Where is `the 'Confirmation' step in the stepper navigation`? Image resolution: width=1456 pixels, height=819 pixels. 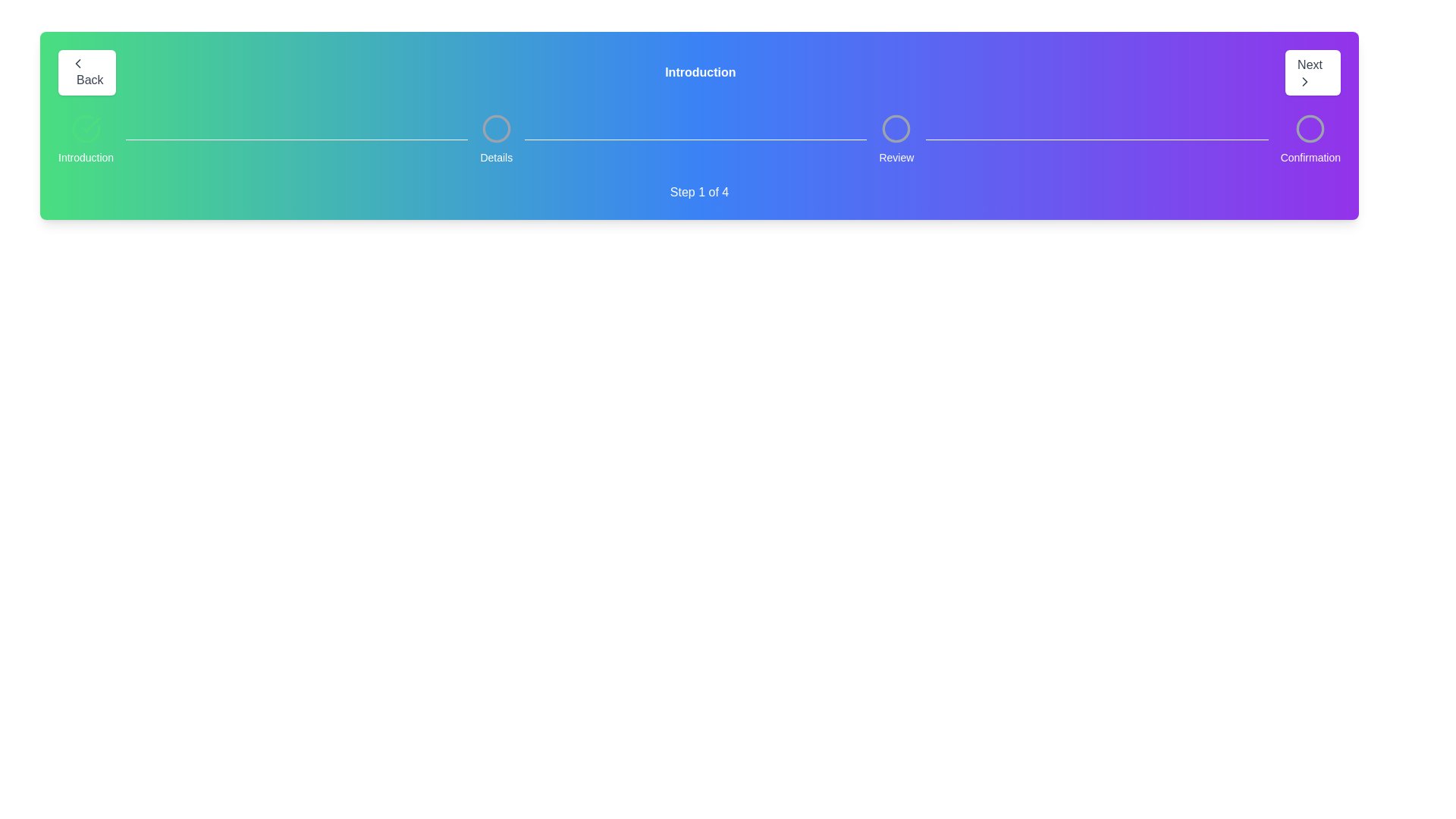 the 'Confirmation' step in the stepper navigation is located at coordinates (1310, 140).